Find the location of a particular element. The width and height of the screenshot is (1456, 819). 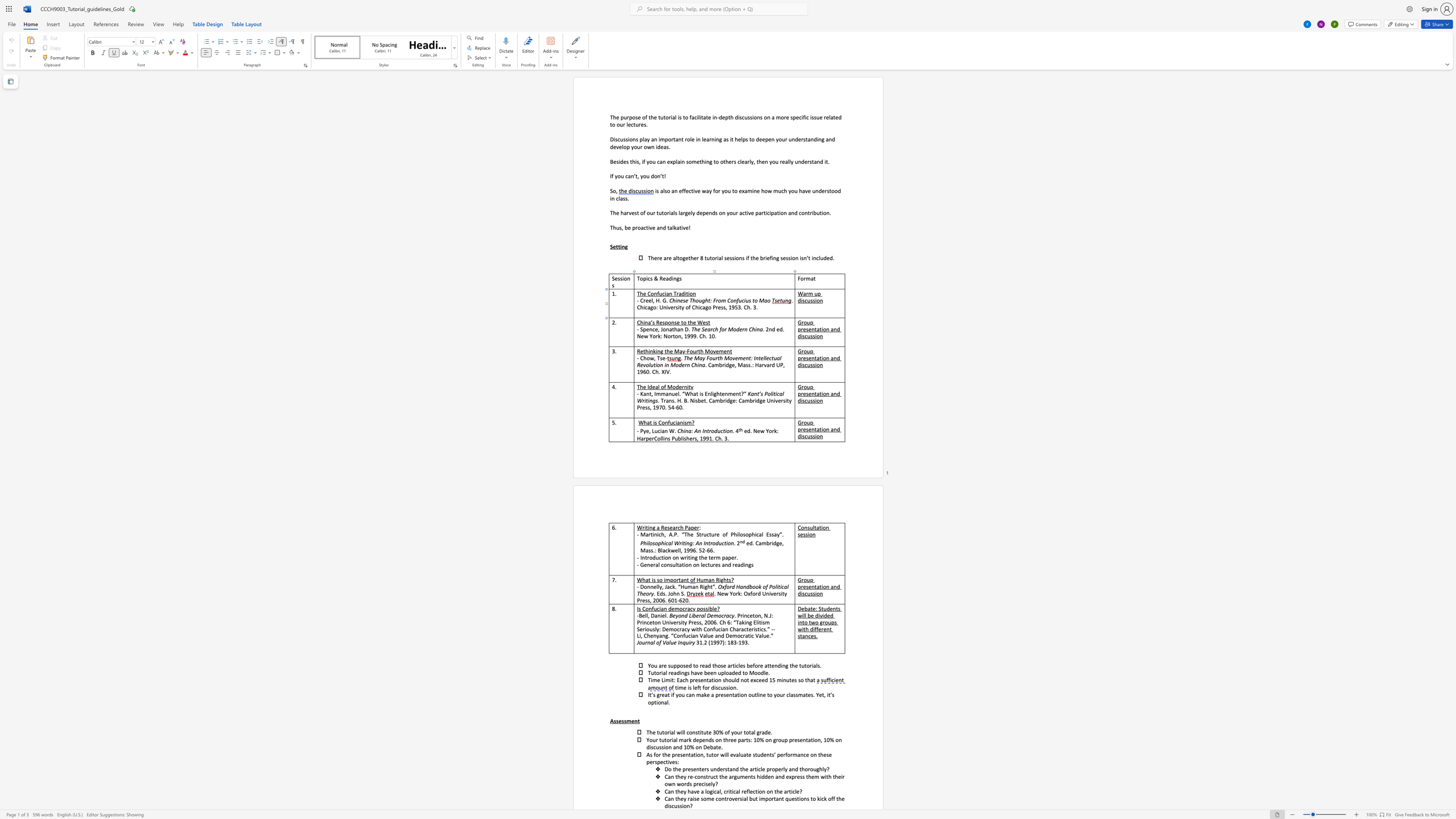

the 3th character "t" in the text is located at coordinates (708, 322).